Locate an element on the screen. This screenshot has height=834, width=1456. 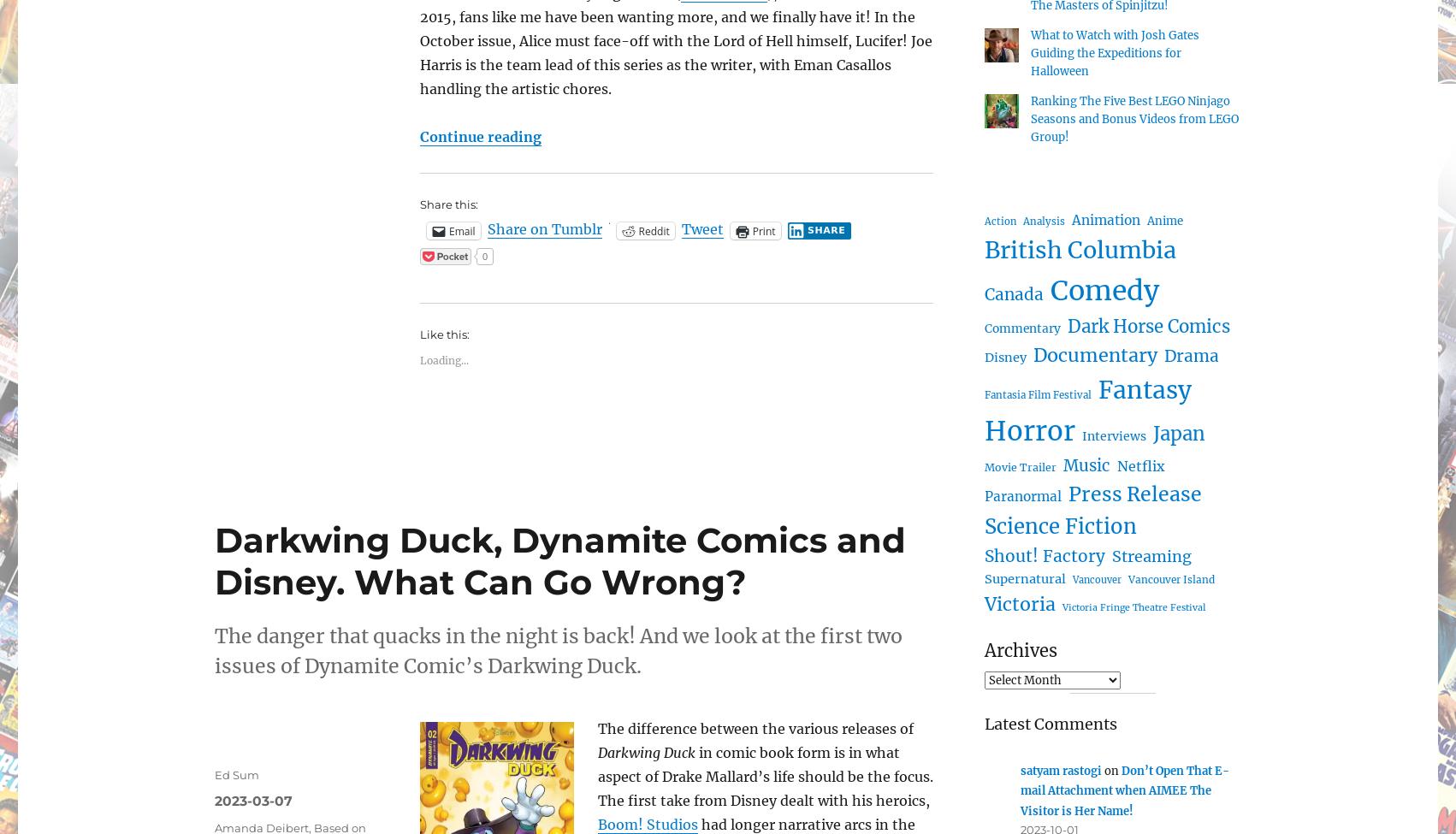
'Victoria Fringe Theatre Festival' is located at coordinates (1133, 606).